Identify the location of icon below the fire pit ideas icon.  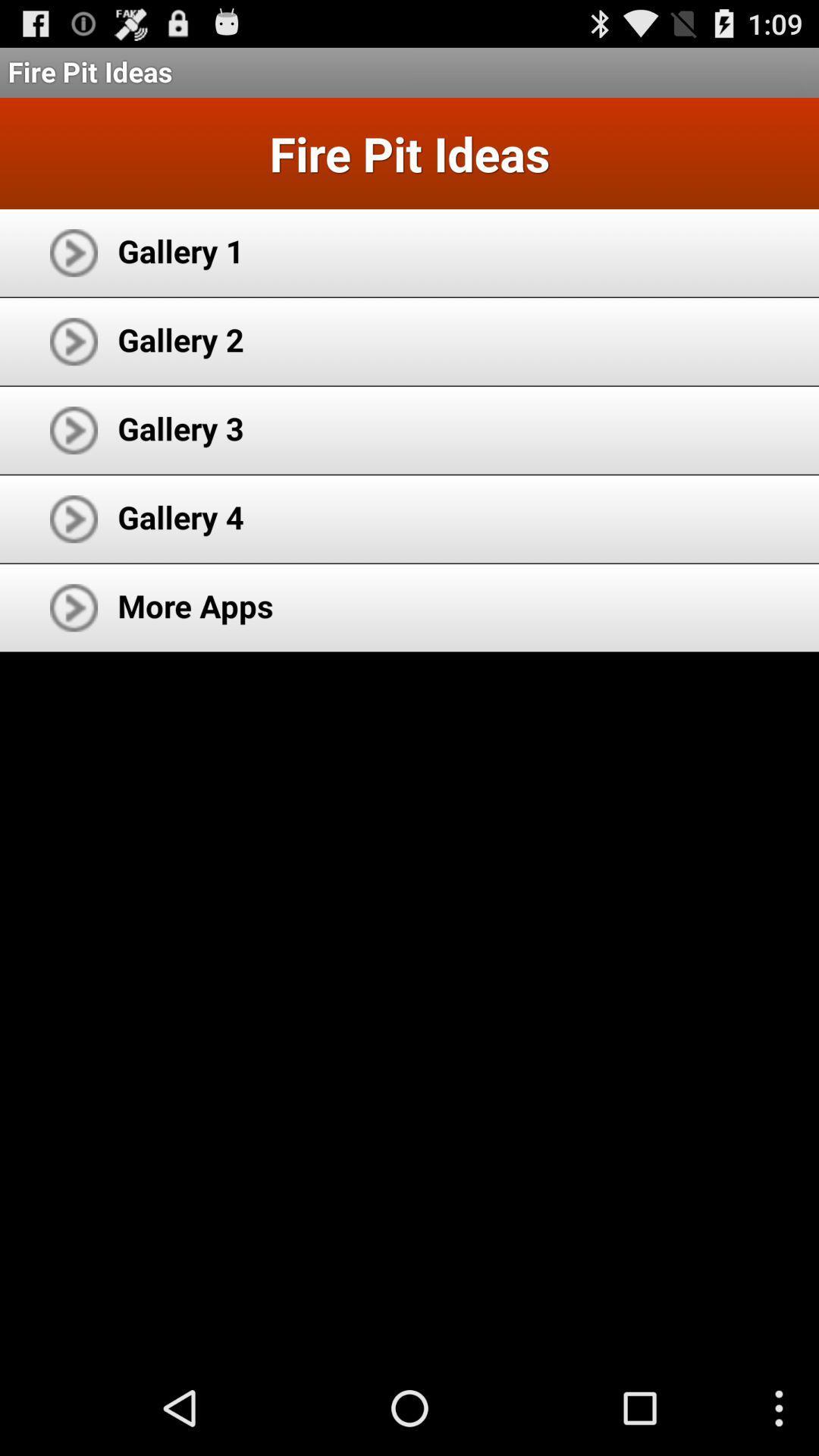
(180, 250).